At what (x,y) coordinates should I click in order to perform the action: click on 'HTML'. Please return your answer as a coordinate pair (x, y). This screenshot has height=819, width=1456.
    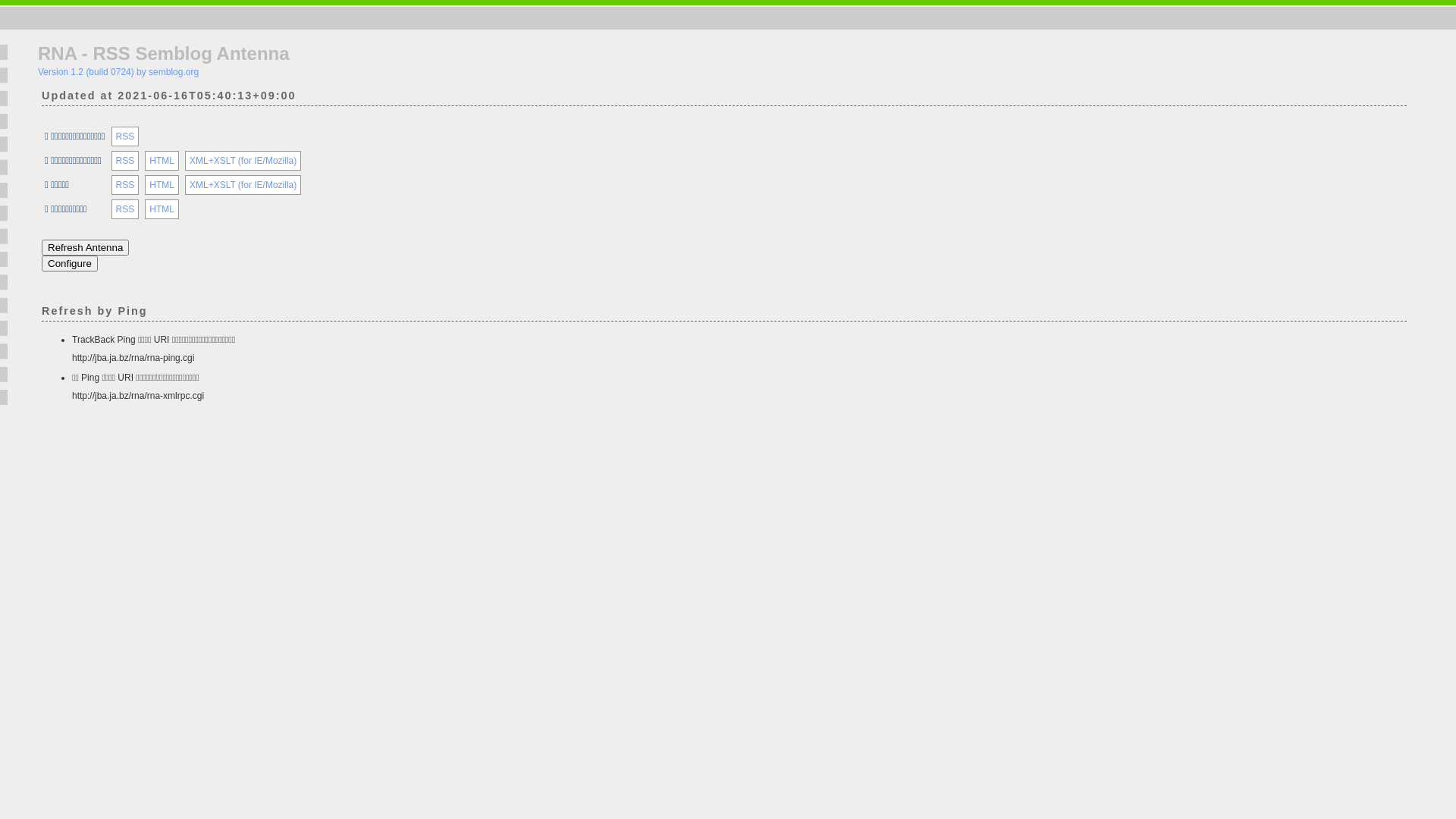
    Looking at the image, I should click on (162, 161).